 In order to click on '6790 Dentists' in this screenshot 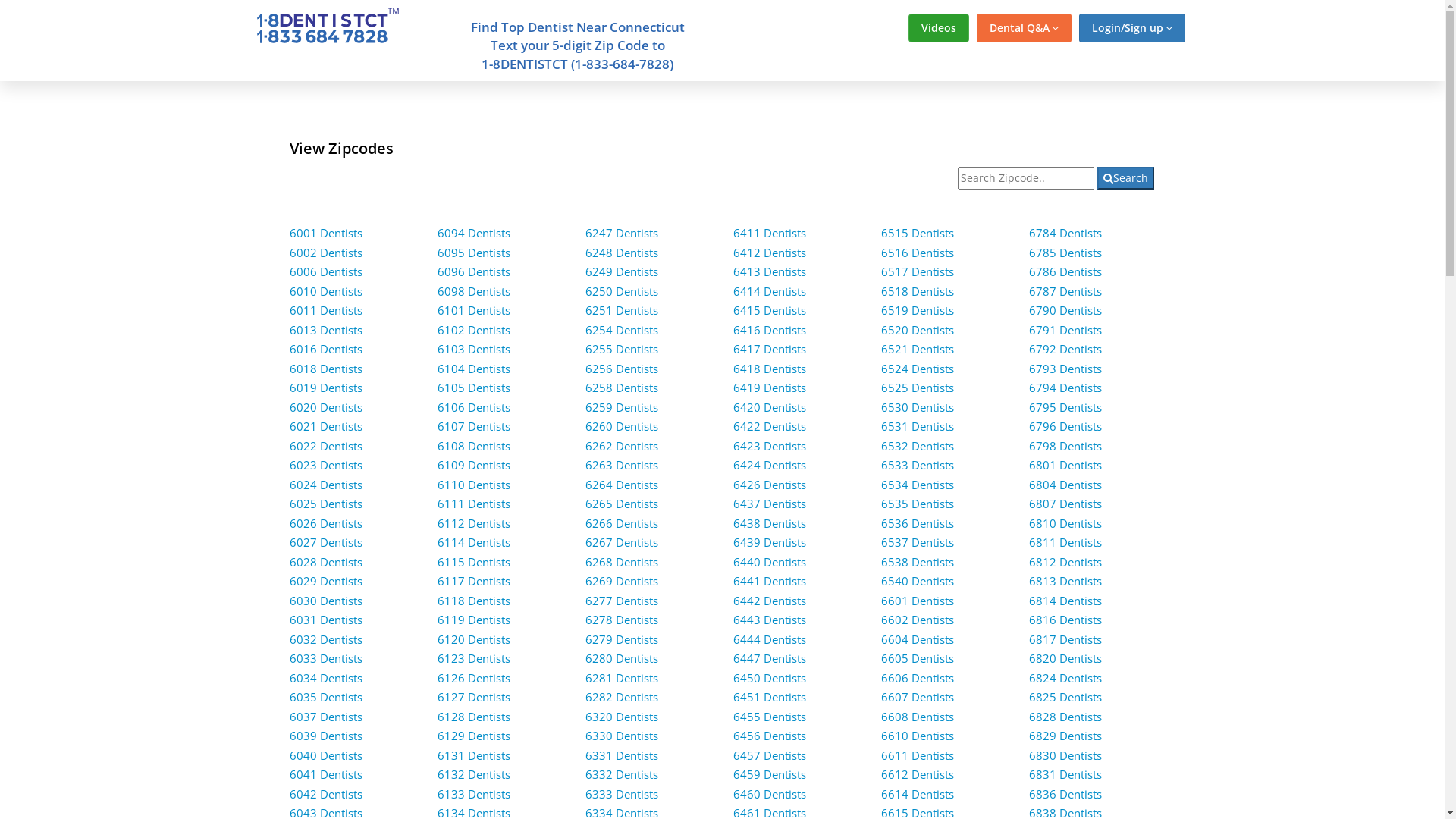, I will do `click(1065, 309)`.